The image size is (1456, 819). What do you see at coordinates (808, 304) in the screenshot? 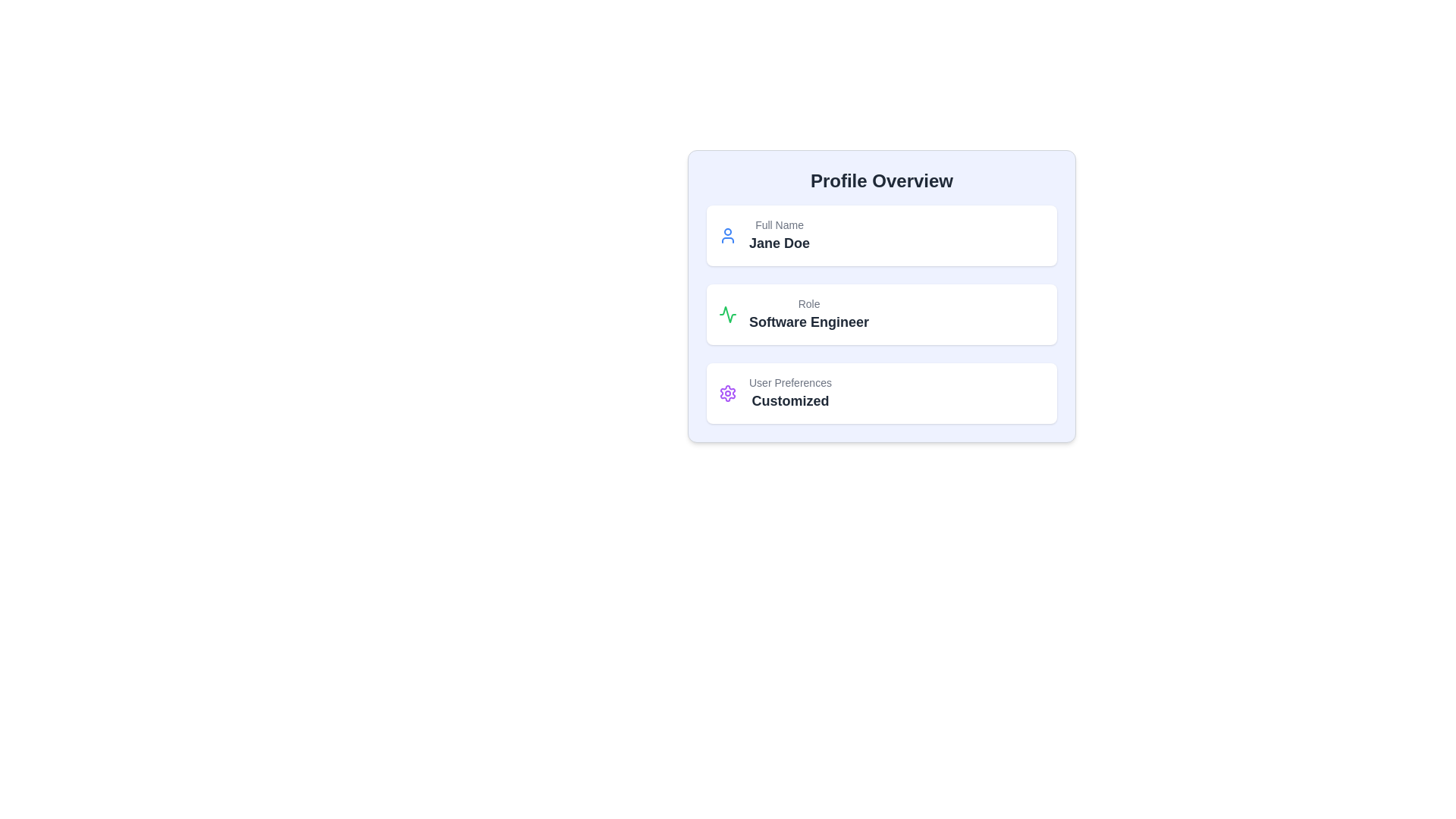
I see `the small text label reading 'Role' located above the 'Software Engineer' text in the Profile Overview card` at bounding box center [808, 304].